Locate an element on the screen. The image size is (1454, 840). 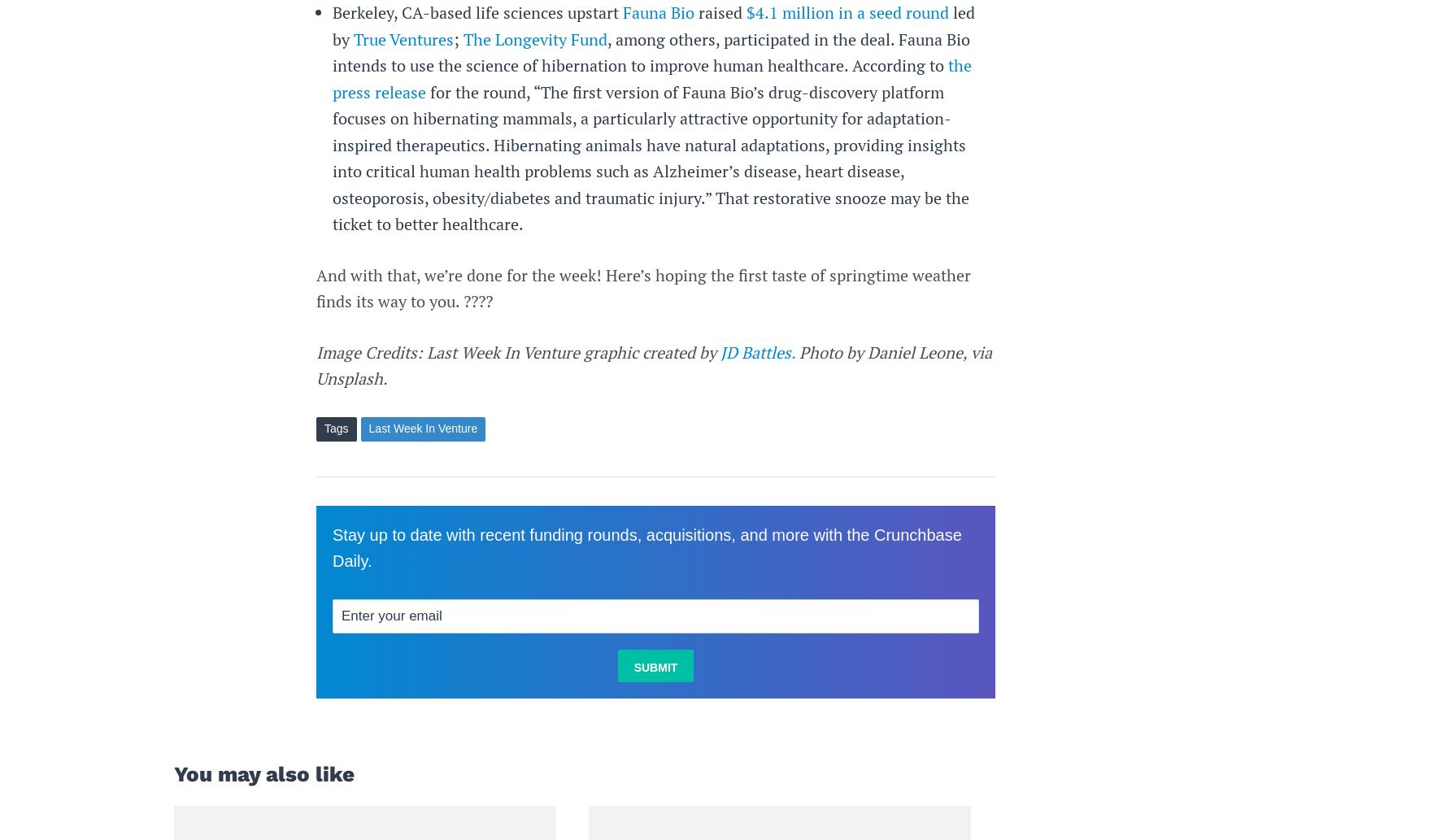
'the press release' is located at coordinates (651, 78).